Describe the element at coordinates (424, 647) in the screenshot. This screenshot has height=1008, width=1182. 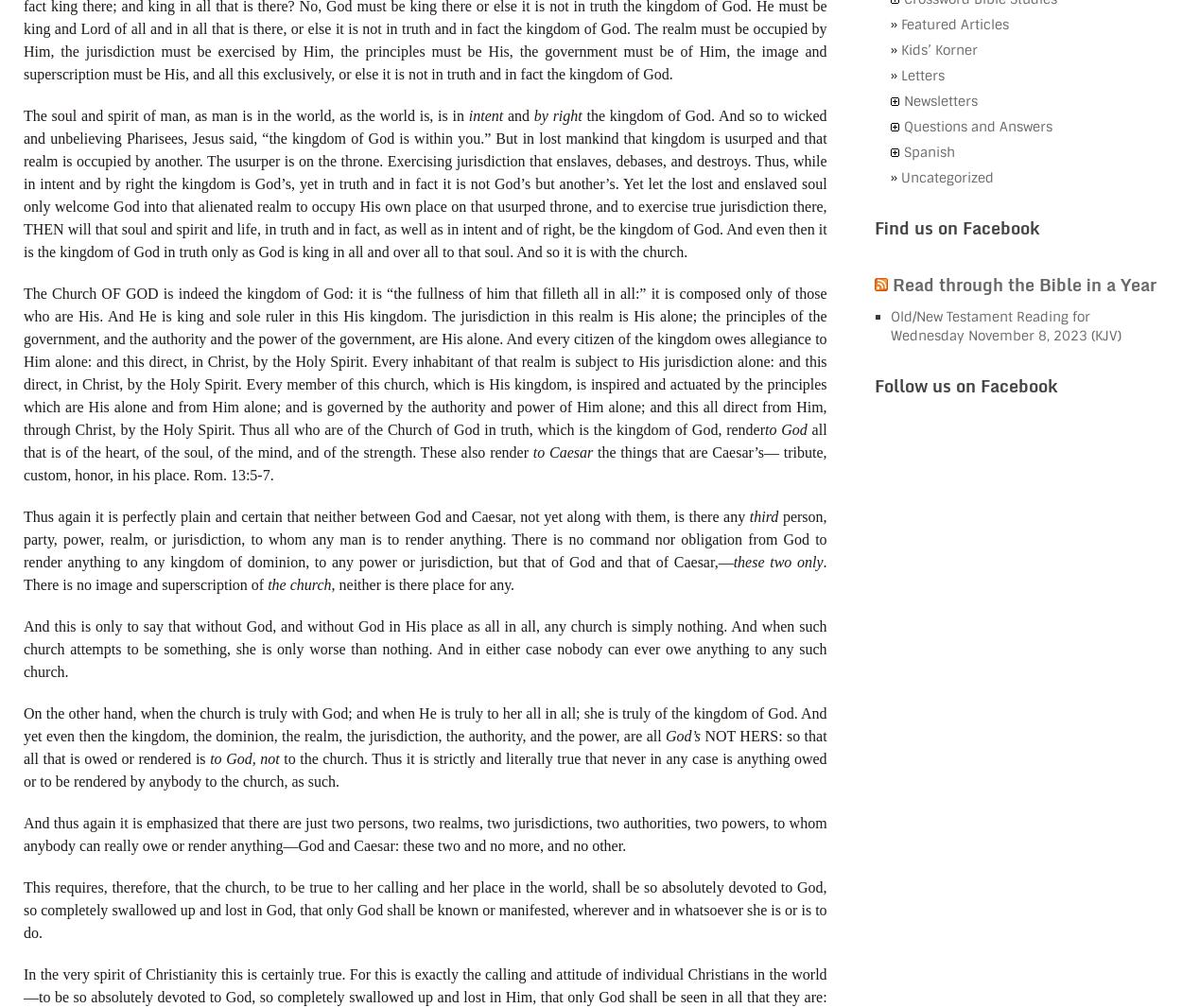
I see `'And this is only to say that without God, and without God in His place as all in all, any church is simply nothing. And when such church attempts to be something, she is only worse than nothing. And in either case nobody can ever owe anything to any such church.'` at that location.